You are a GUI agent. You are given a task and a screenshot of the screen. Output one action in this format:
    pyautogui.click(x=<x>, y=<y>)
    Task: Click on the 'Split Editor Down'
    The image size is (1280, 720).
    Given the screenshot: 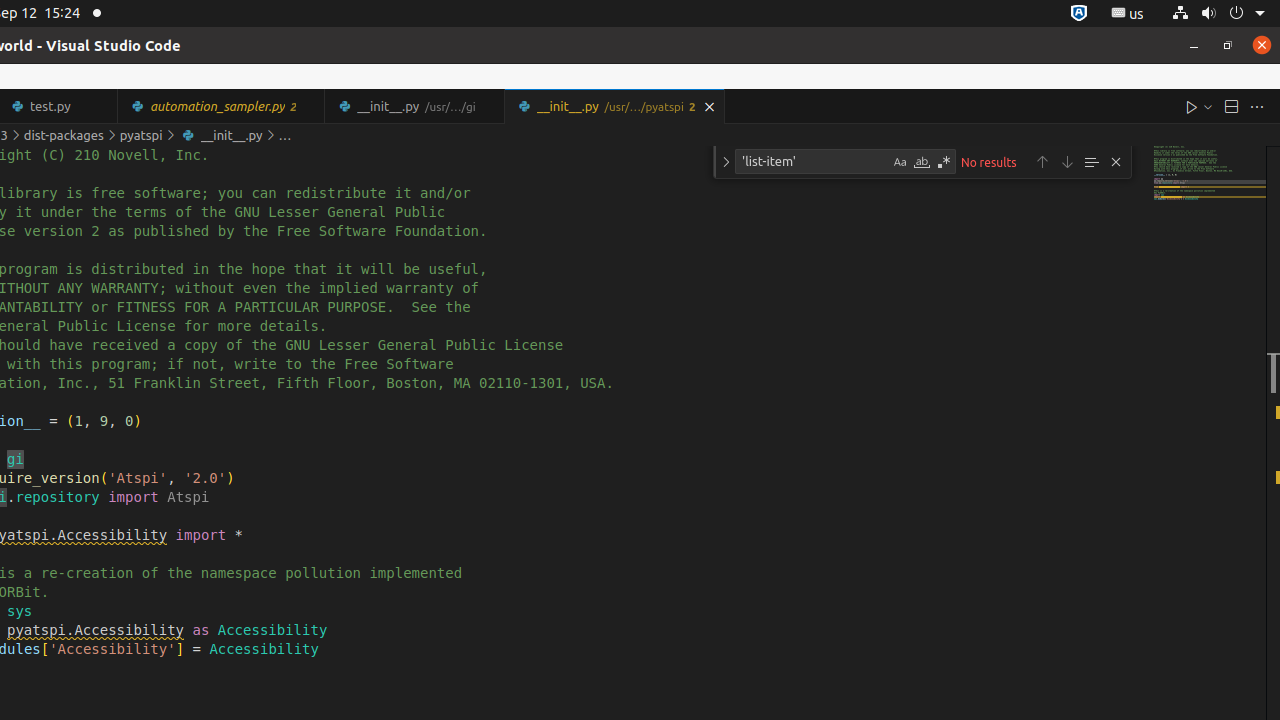 What is the action you would take?
    pyautogui.click(x=1229, y=106)
    